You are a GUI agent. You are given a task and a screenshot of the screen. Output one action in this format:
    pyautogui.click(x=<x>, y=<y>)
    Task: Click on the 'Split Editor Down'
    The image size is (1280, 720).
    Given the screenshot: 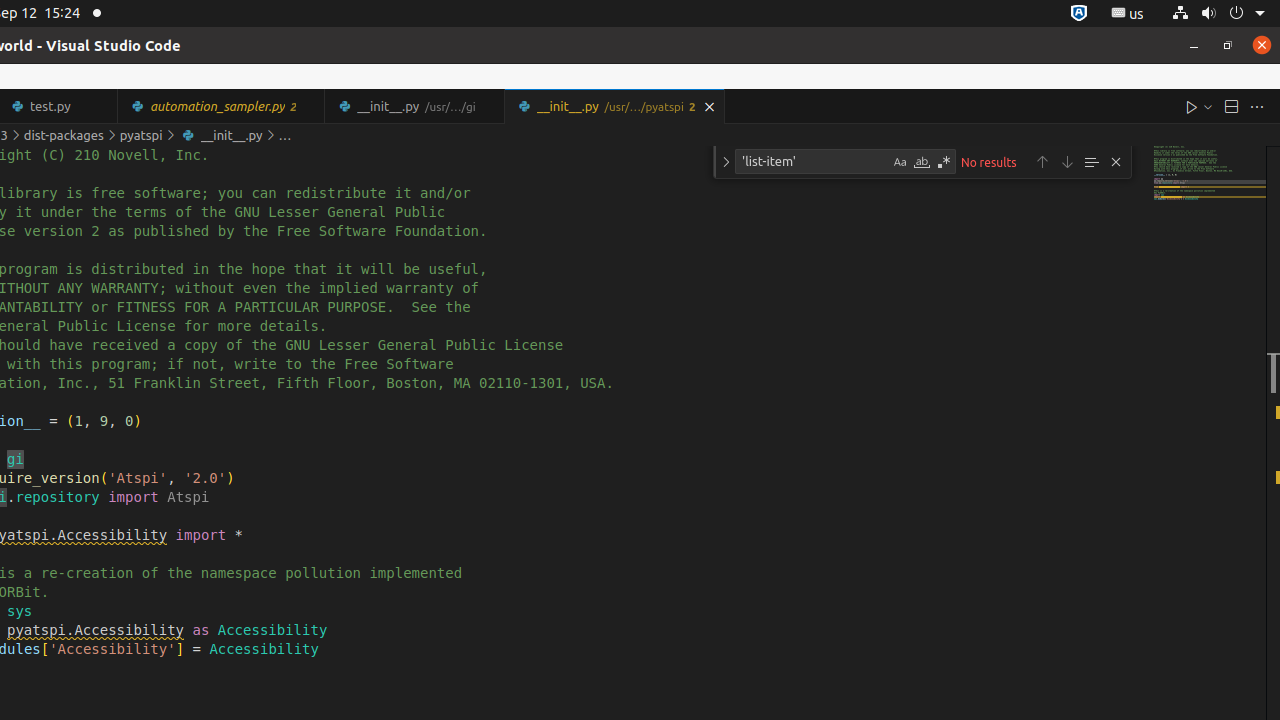 What is the action you would take?
    pyautogui.click(x=1229, y=106)
    